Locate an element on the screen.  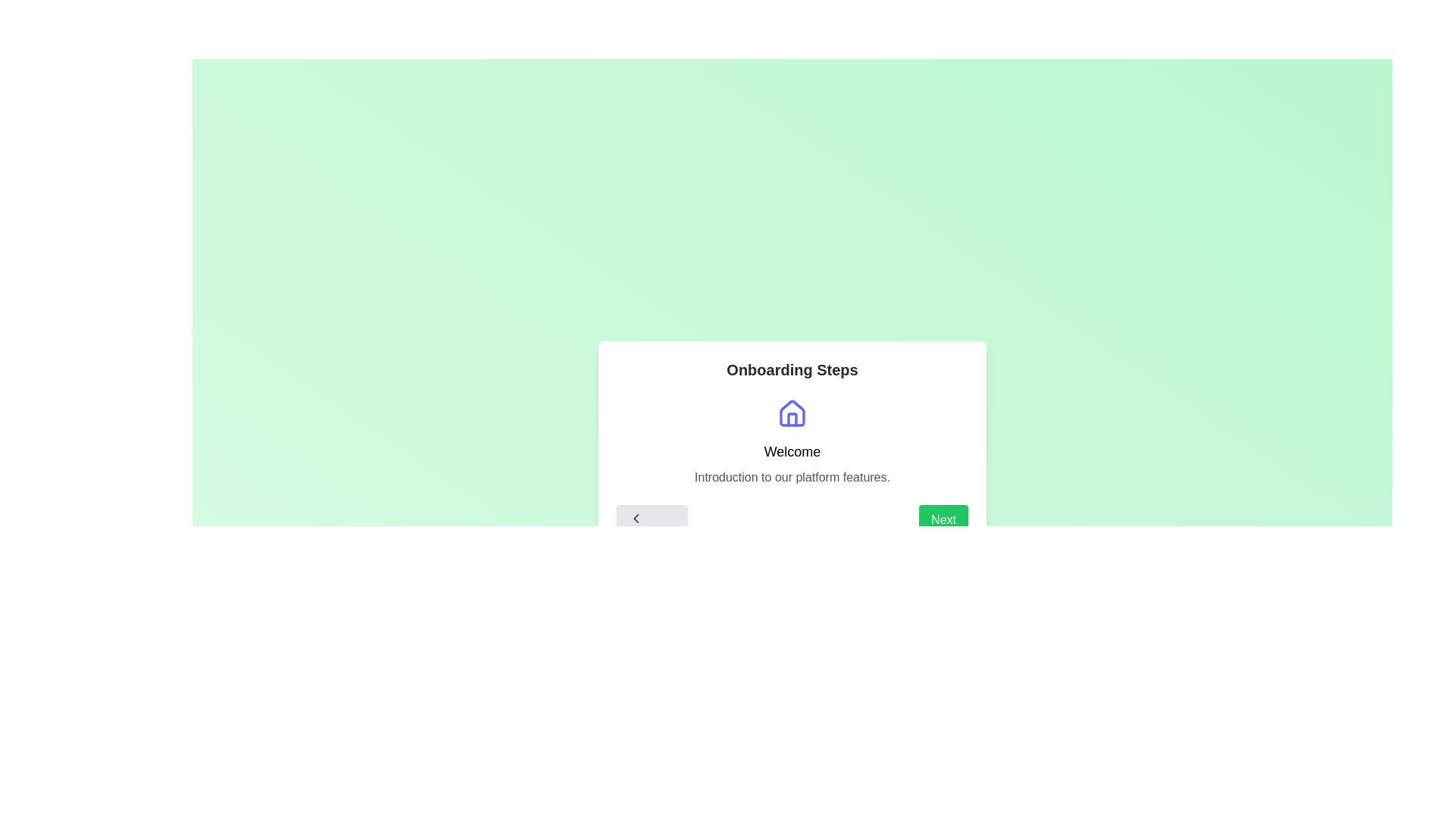
the green progress indicator dot in the onboarding steps located at the bottom of the modal window is located at coordinates (792, 573).